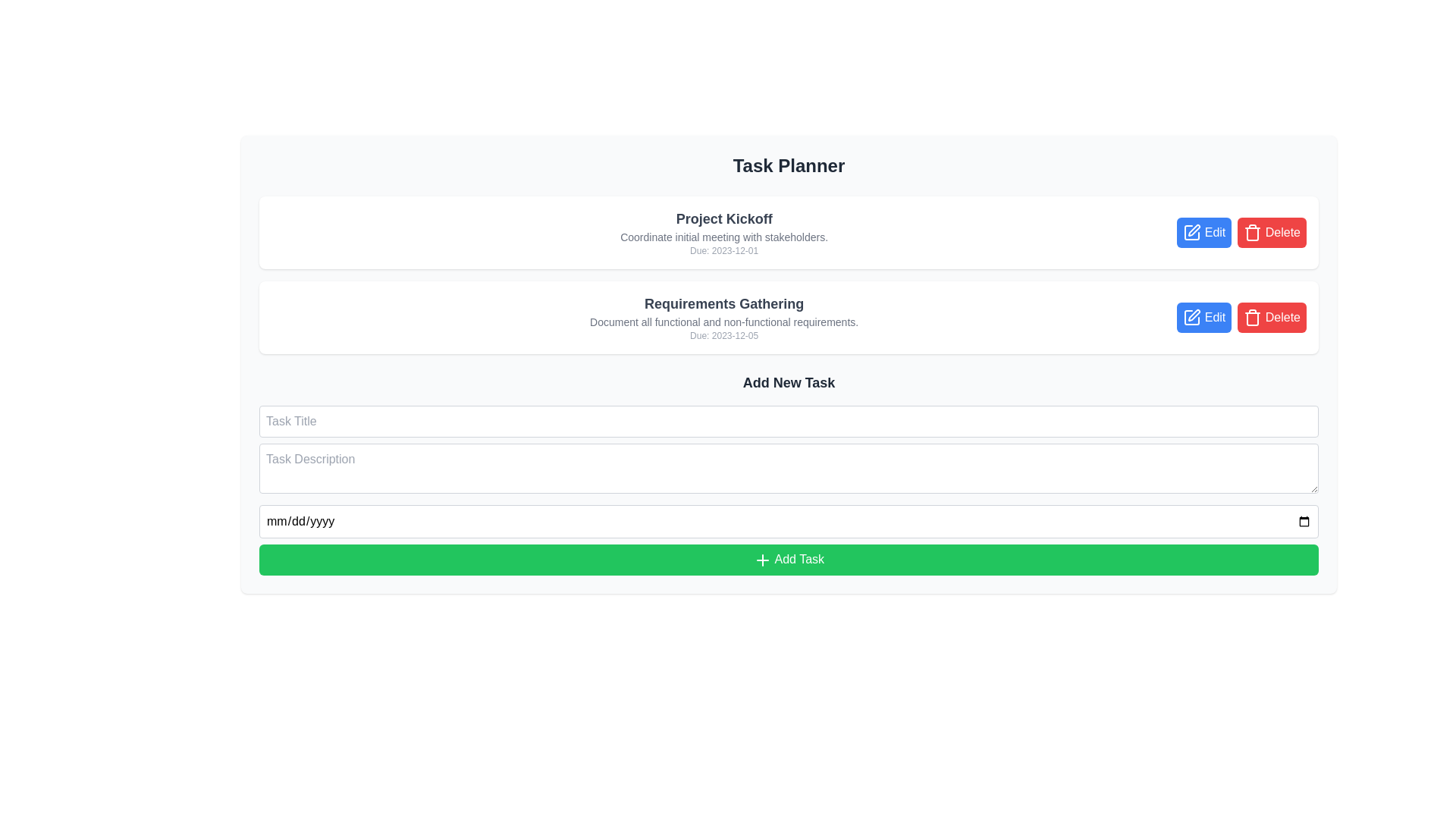 This screenshot has height=819, width=1456. What do you see at coordinates (1194, 231) in the screenshot?
I see `the icon button resembling a pen or pencil located at the top right of the task card` at bounding box center [1194, 231].